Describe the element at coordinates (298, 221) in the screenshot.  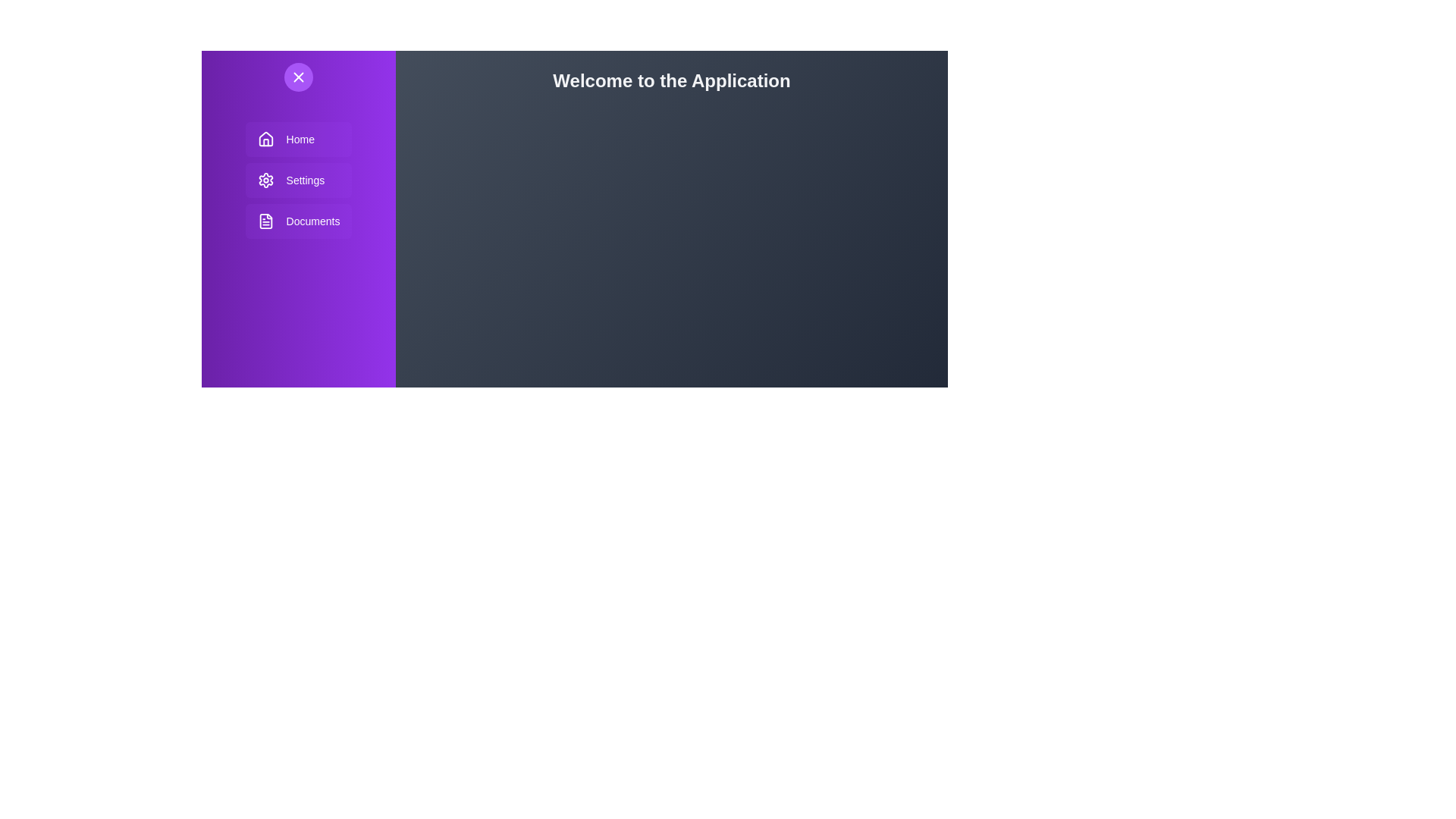
I see `the sidebar menu item Documents` at that location.